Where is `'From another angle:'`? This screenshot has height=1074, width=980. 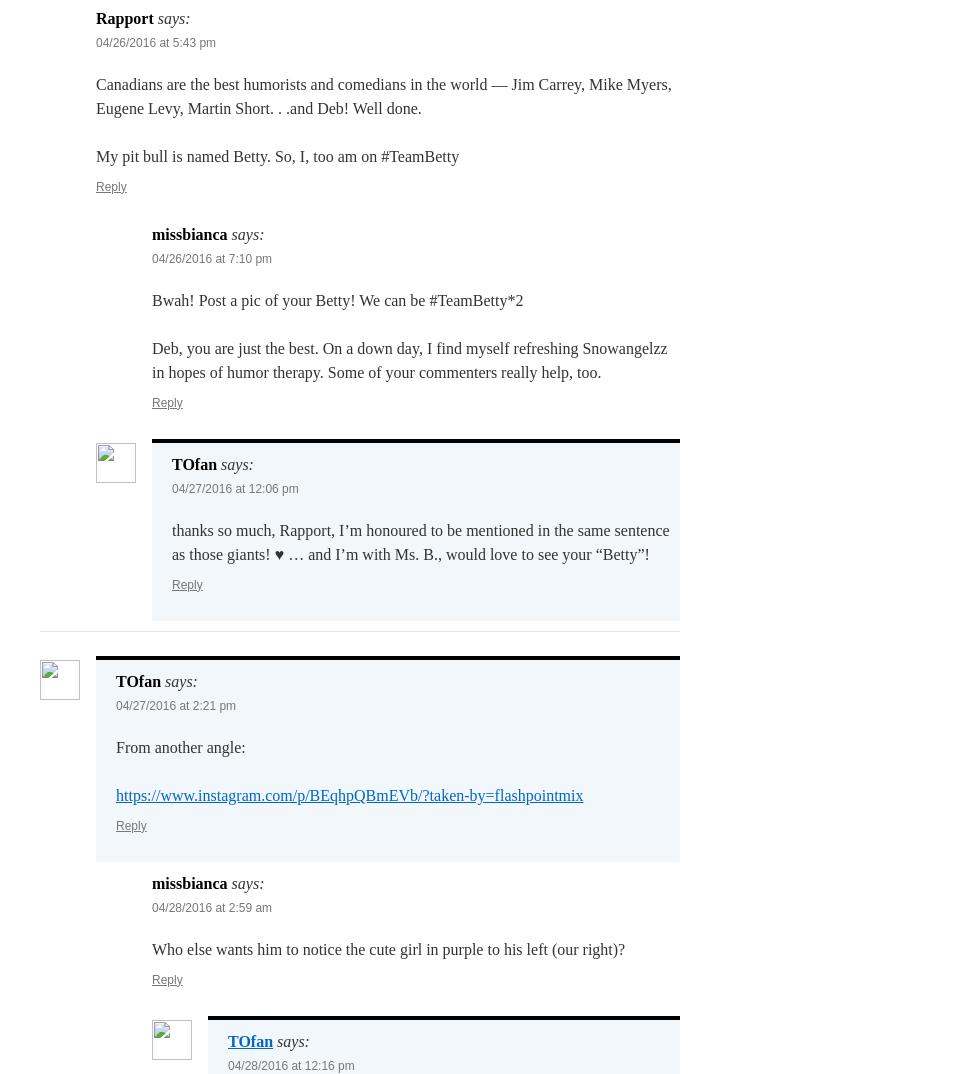
'From another angle:' is located at coordinates (180, 746).